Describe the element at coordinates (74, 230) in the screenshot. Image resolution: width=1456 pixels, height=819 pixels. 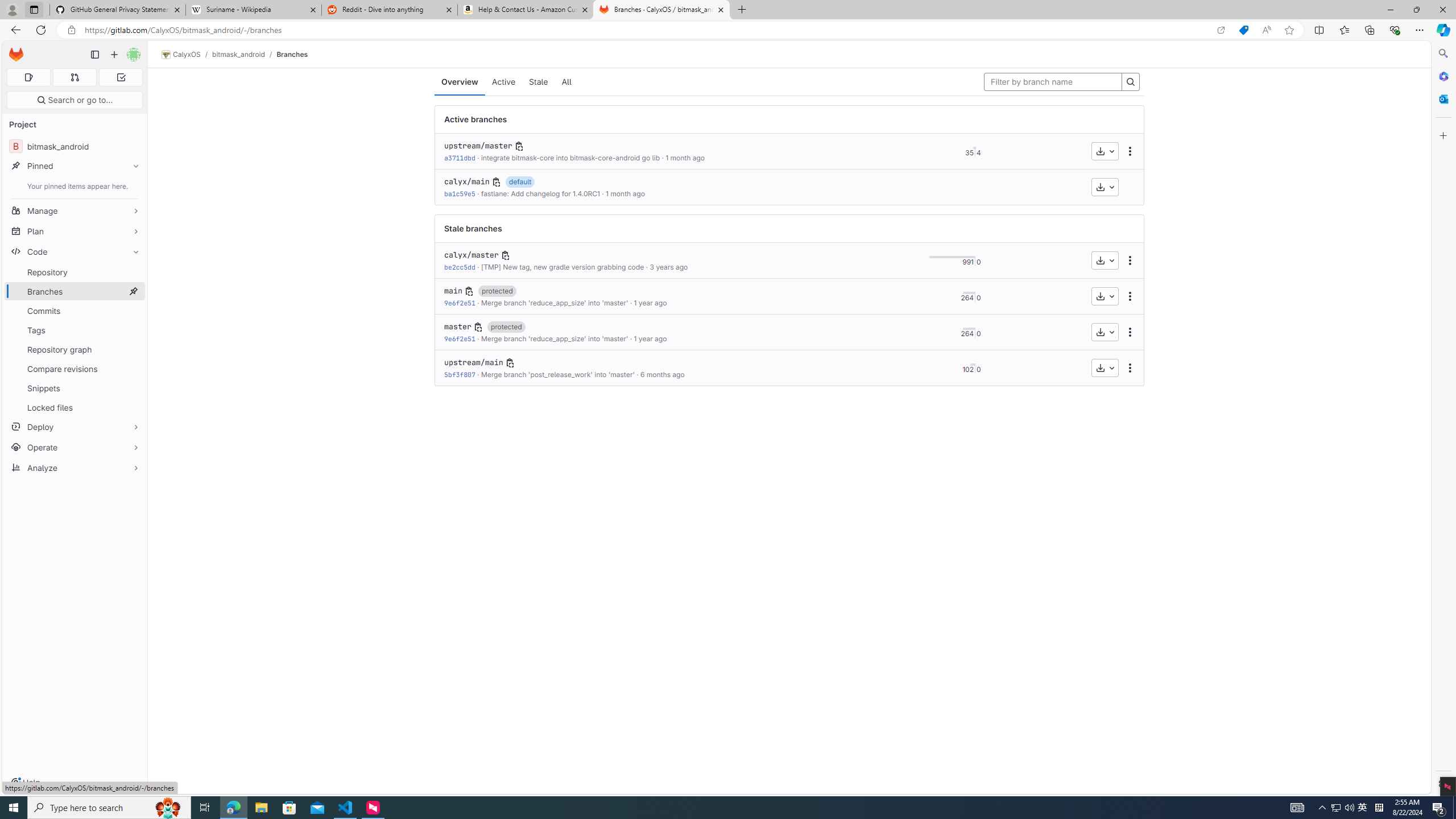
I see `'Plan'` at that location.